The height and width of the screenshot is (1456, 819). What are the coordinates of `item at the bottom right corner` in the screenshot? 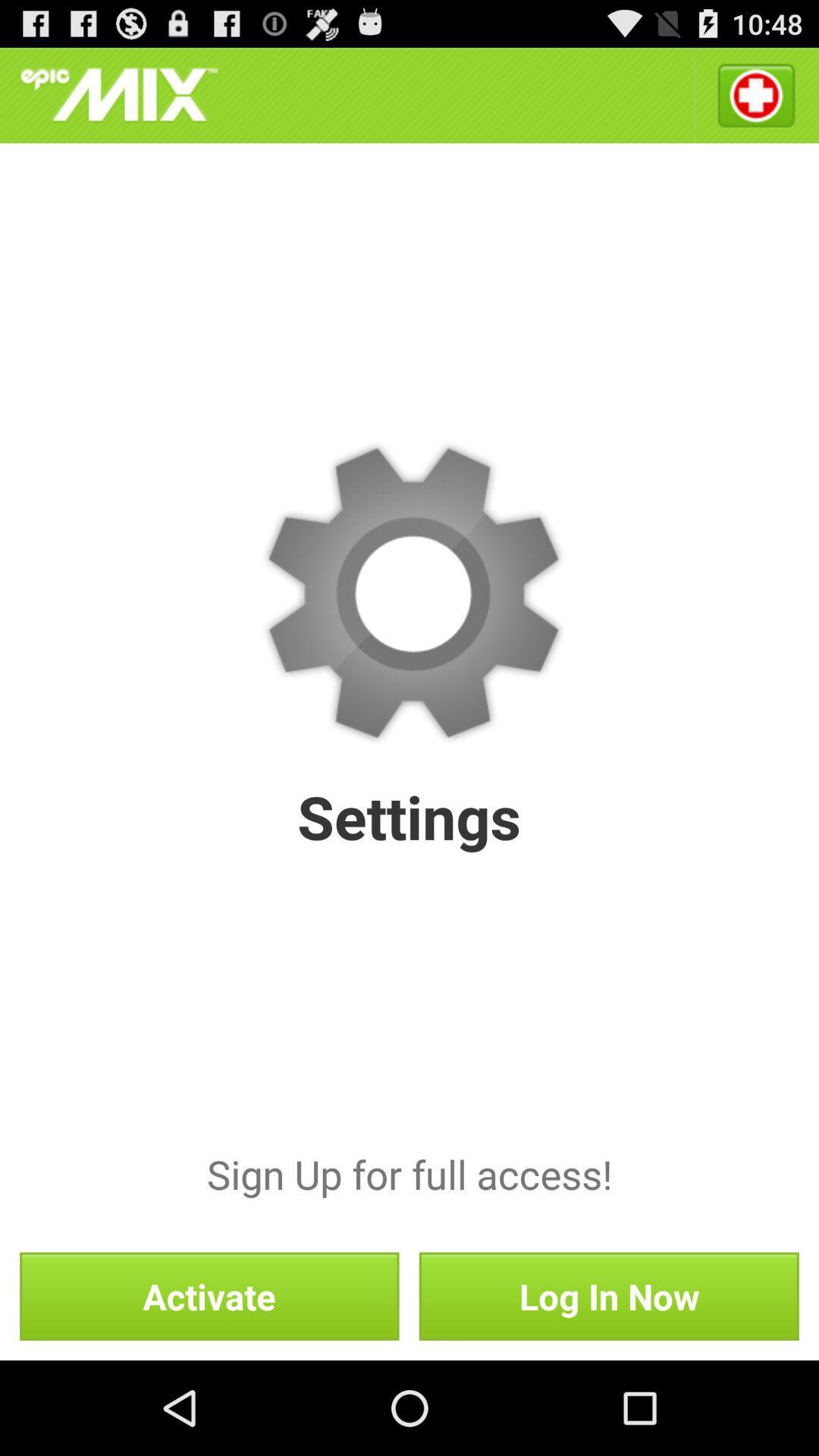 It's located at (608, 1295).